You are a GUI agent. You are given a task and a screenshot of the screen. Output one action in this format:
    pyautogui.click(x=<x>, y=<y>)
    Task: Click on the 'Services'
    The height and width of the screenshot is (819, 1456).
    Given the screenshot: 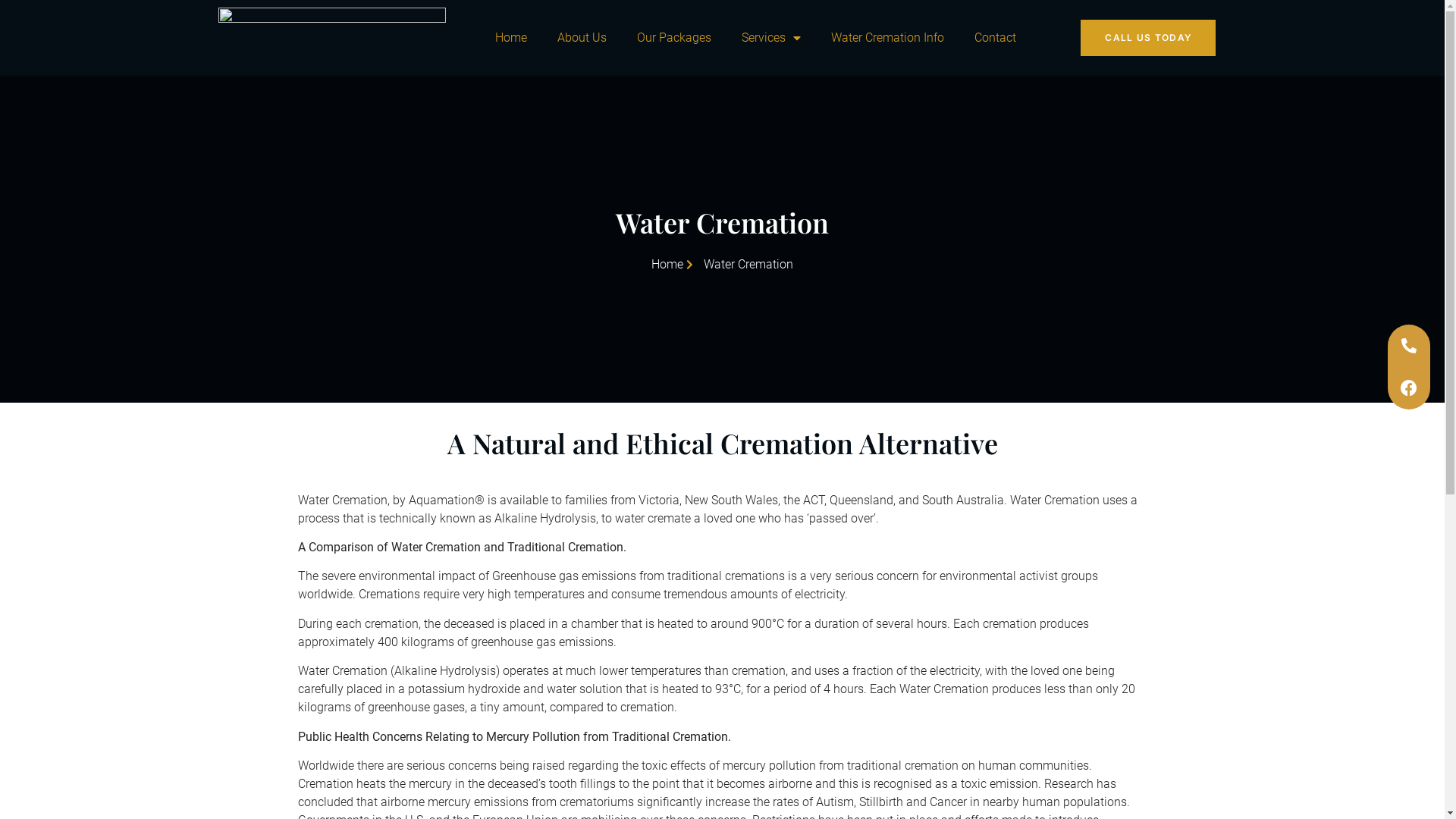 What is the action you would take?
    pyautogui.click(x=771, y=37)
    